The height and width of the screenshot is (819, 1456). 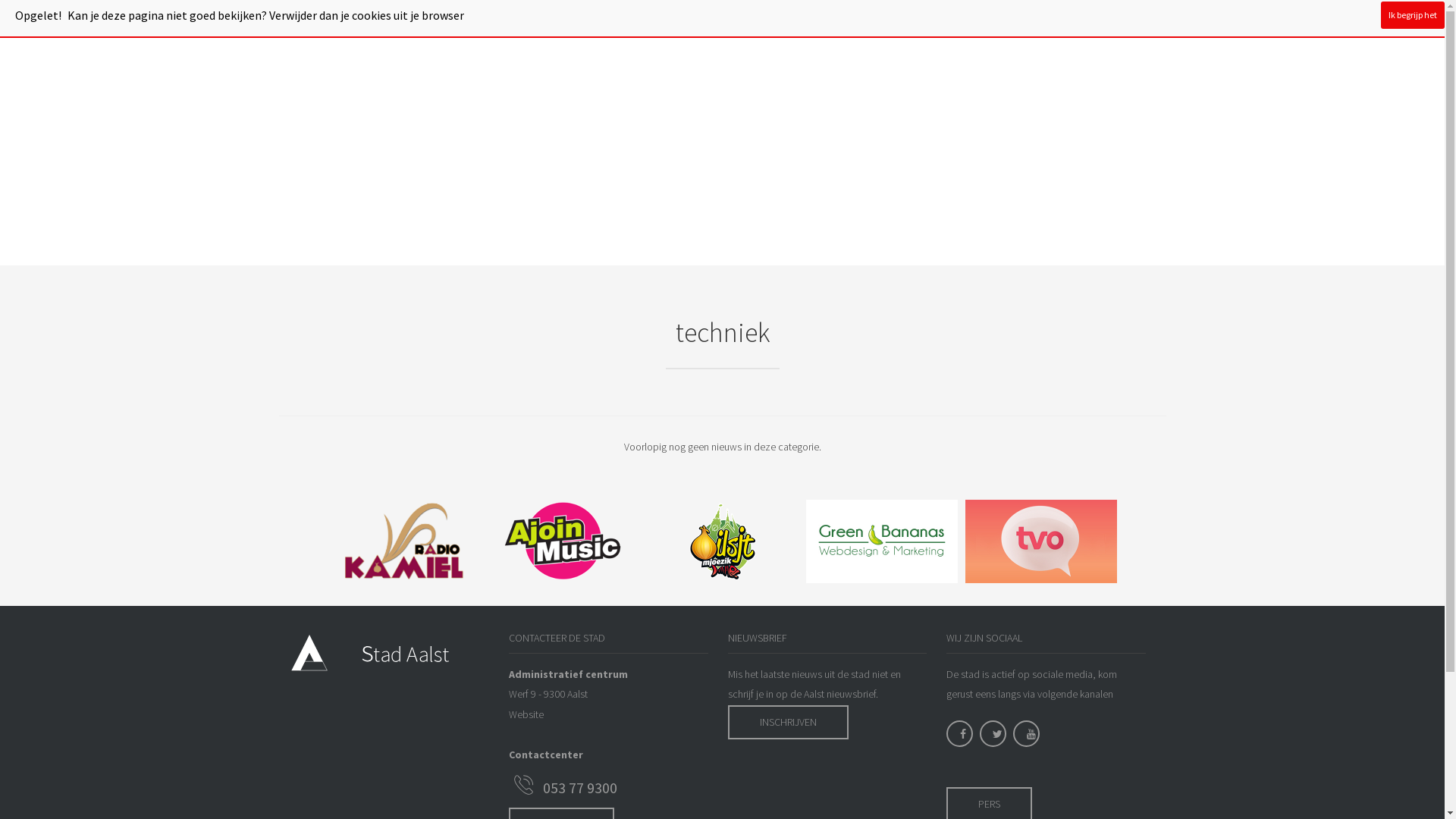 What do you see at coordinates (396, 19) in the screenshot?
I see `'HOME'` at bounding box center [396, 19].